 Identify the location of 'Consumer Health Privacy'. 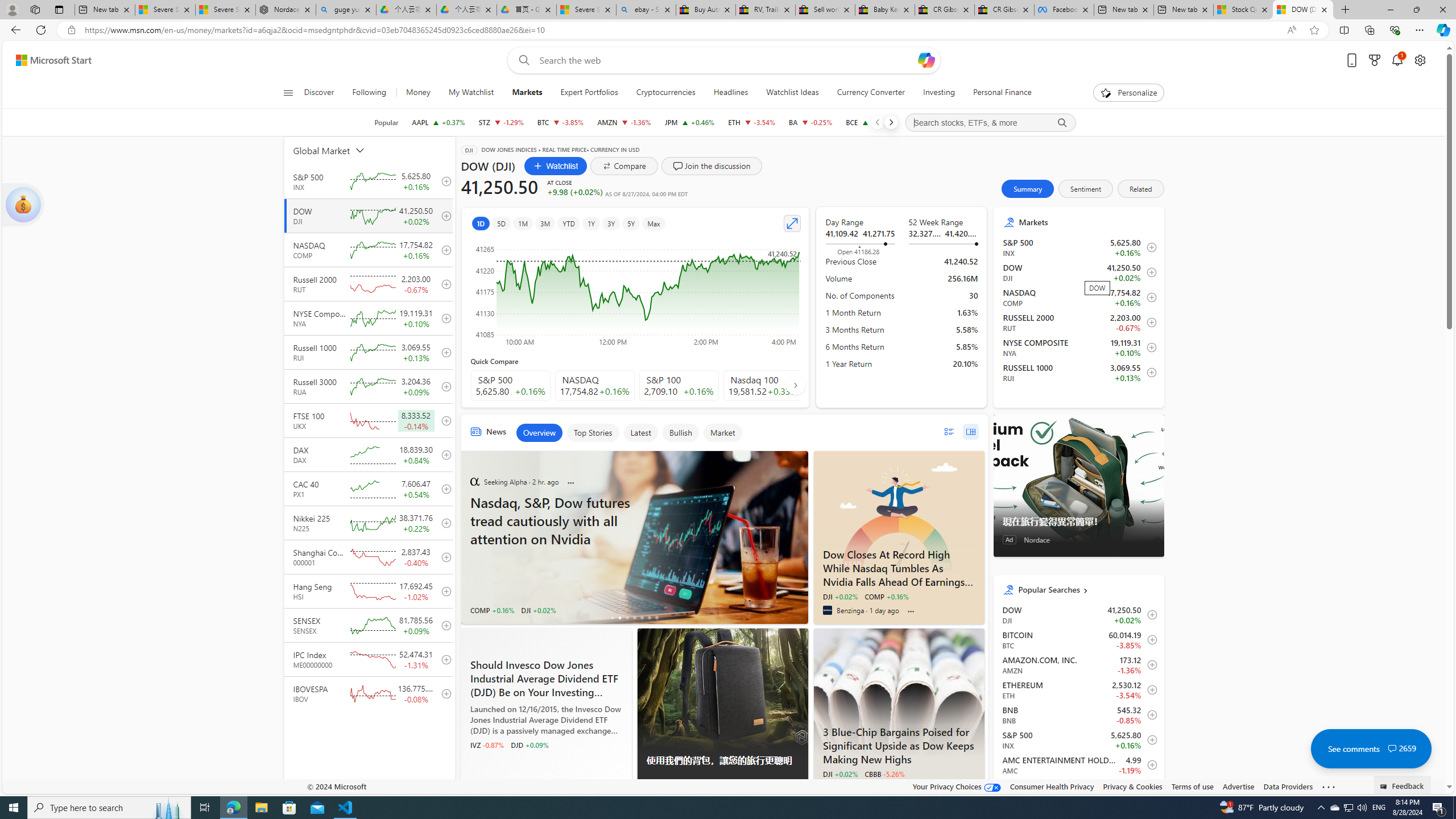
(1051, 786).